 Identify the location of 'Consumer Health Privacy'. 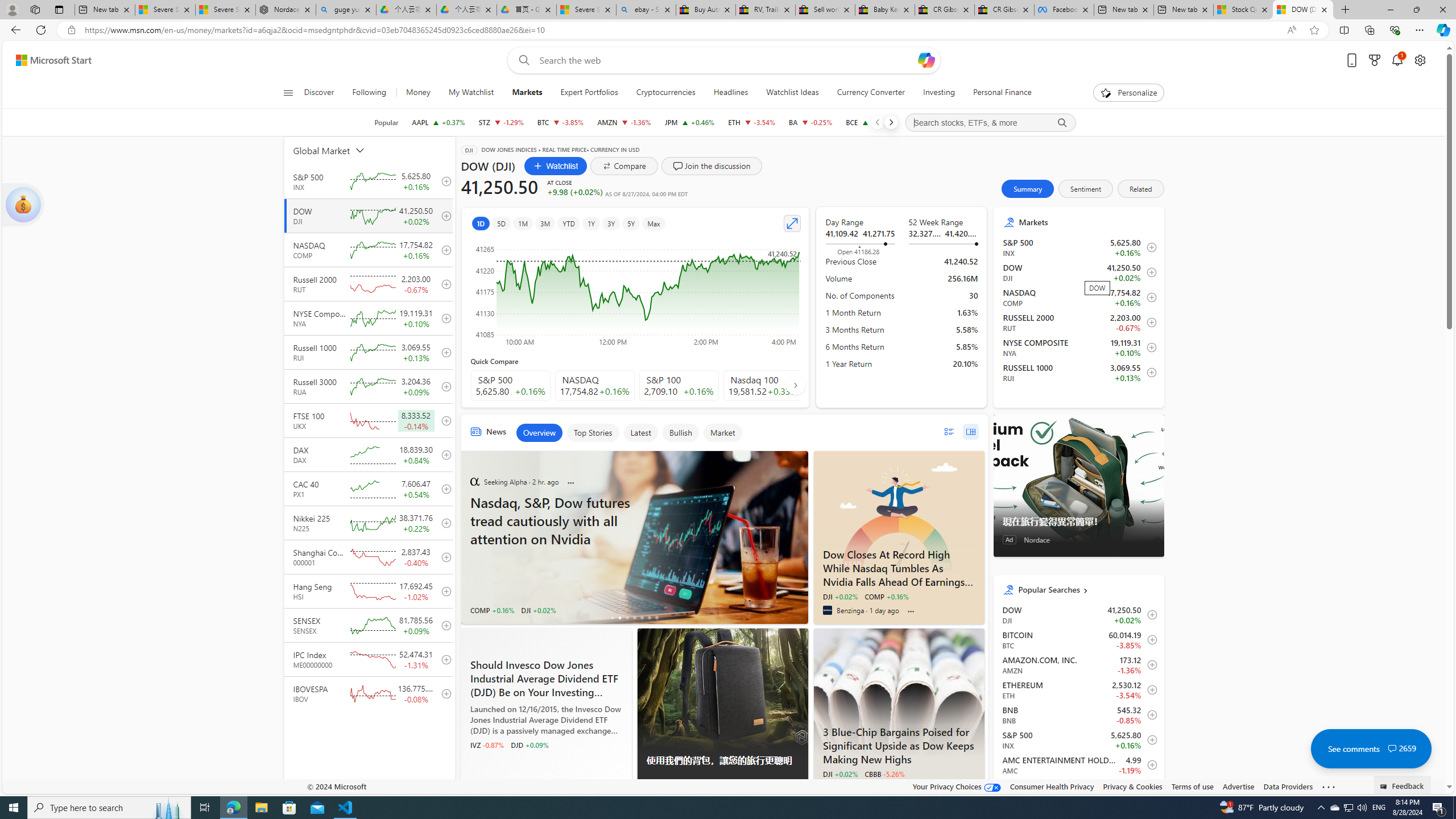
(1051, 786).